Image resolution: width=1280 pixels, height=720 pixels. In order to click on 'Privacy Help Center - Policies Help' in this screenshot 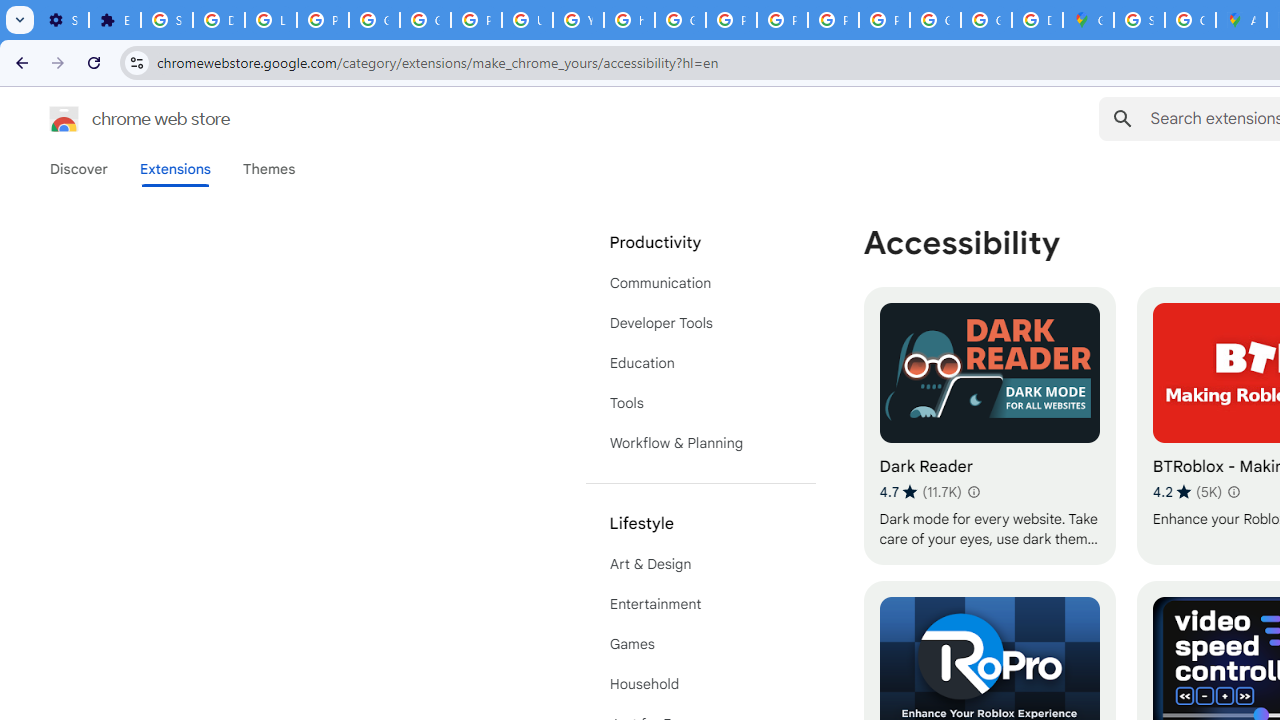, I will do `click(730, 20)`.